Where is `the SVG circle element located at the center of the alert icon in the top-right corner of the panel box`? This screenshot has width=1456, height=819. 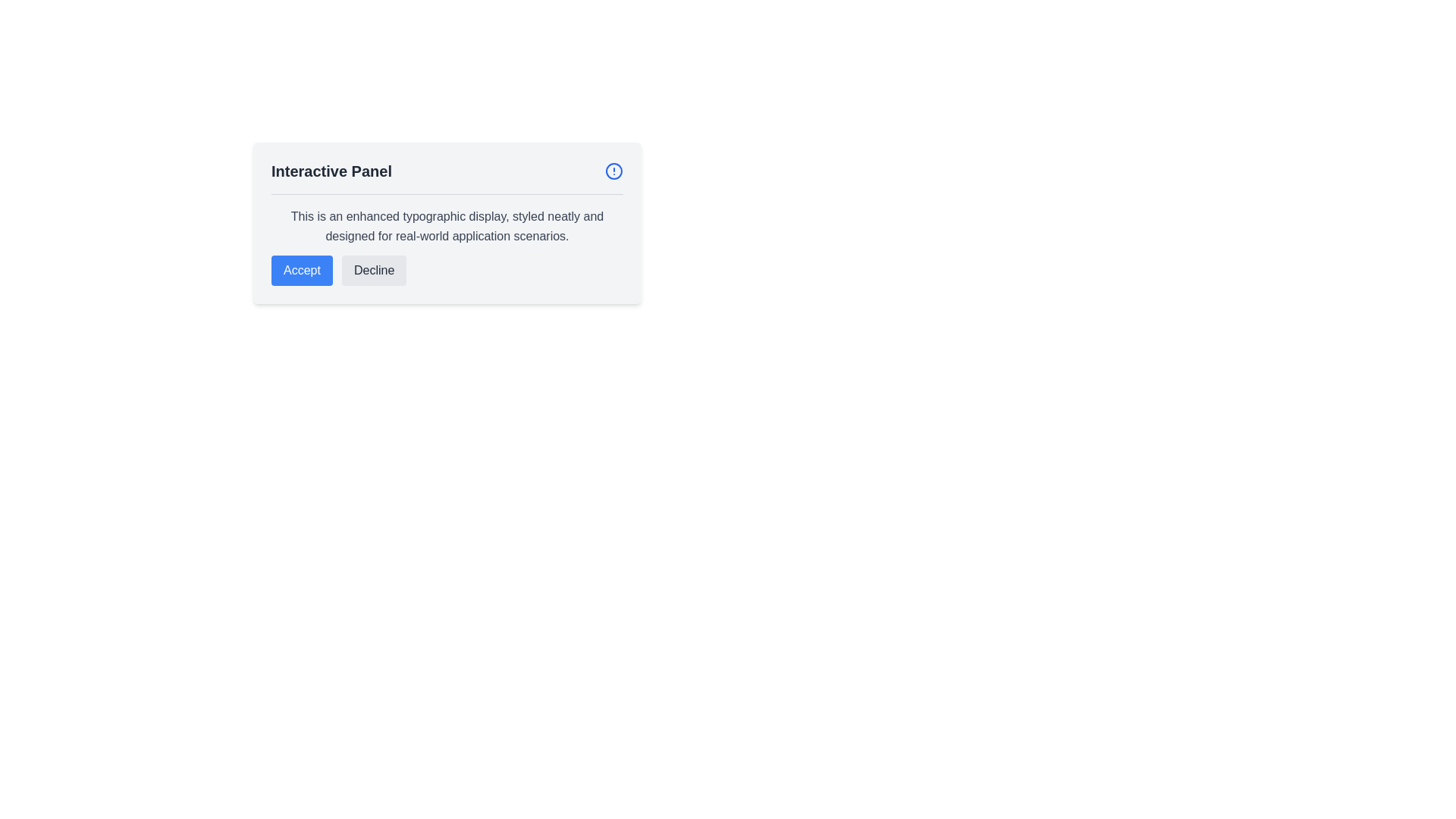
the SVG circle element located at the center of the alert icon in the top-right corner of the panel box is located at coordinates (614, 171).